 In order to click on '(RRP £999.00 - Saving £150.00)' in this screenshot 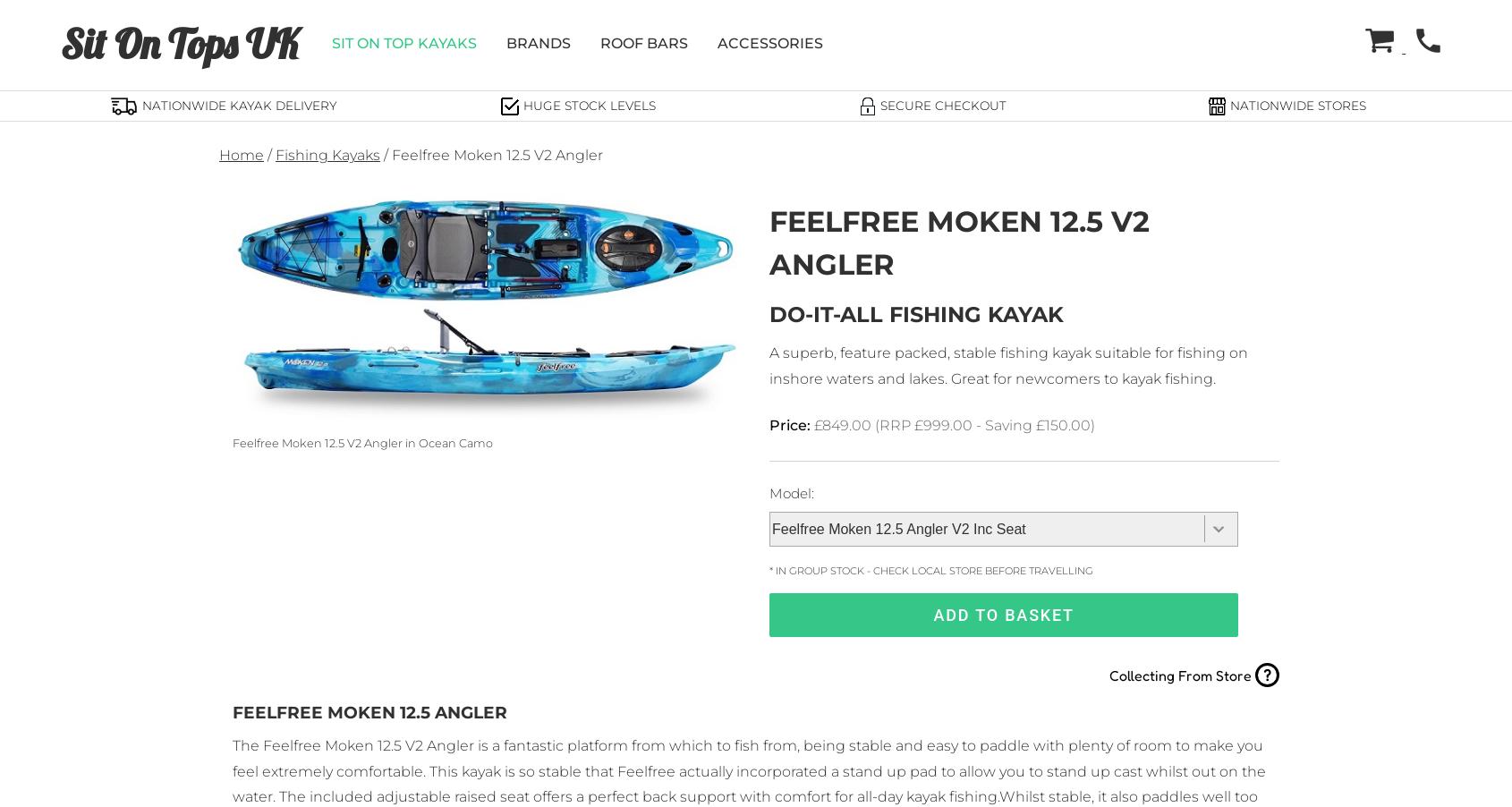, I will do `click(875, 424)`.